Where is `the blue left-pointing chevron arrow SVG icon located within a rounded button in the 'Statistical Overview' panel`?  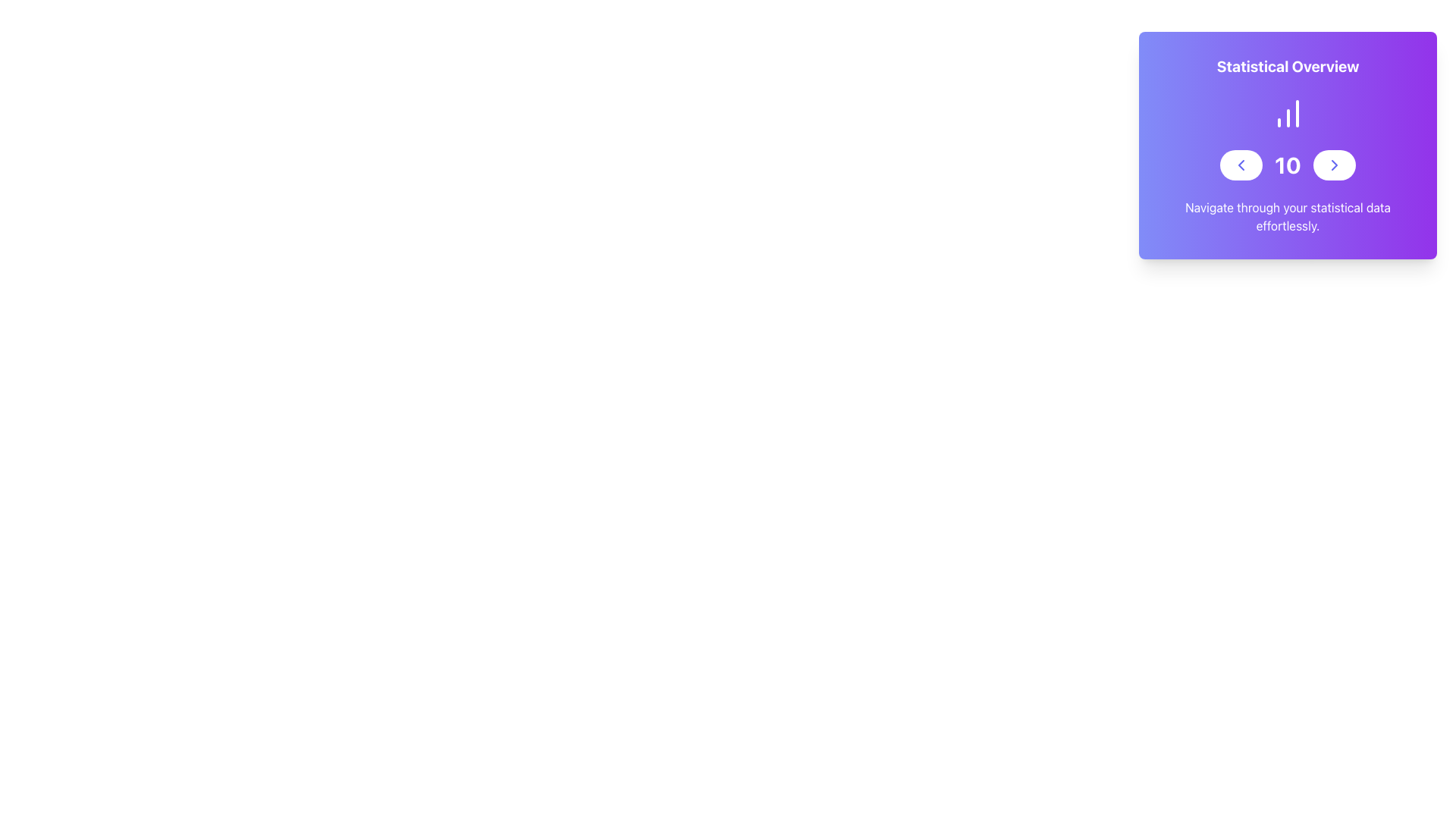 the blue left-pointing chevron arrow SVG icon located within a rounded button in the 'Statistical Overview' panel is located at coordinates (1241, 165).